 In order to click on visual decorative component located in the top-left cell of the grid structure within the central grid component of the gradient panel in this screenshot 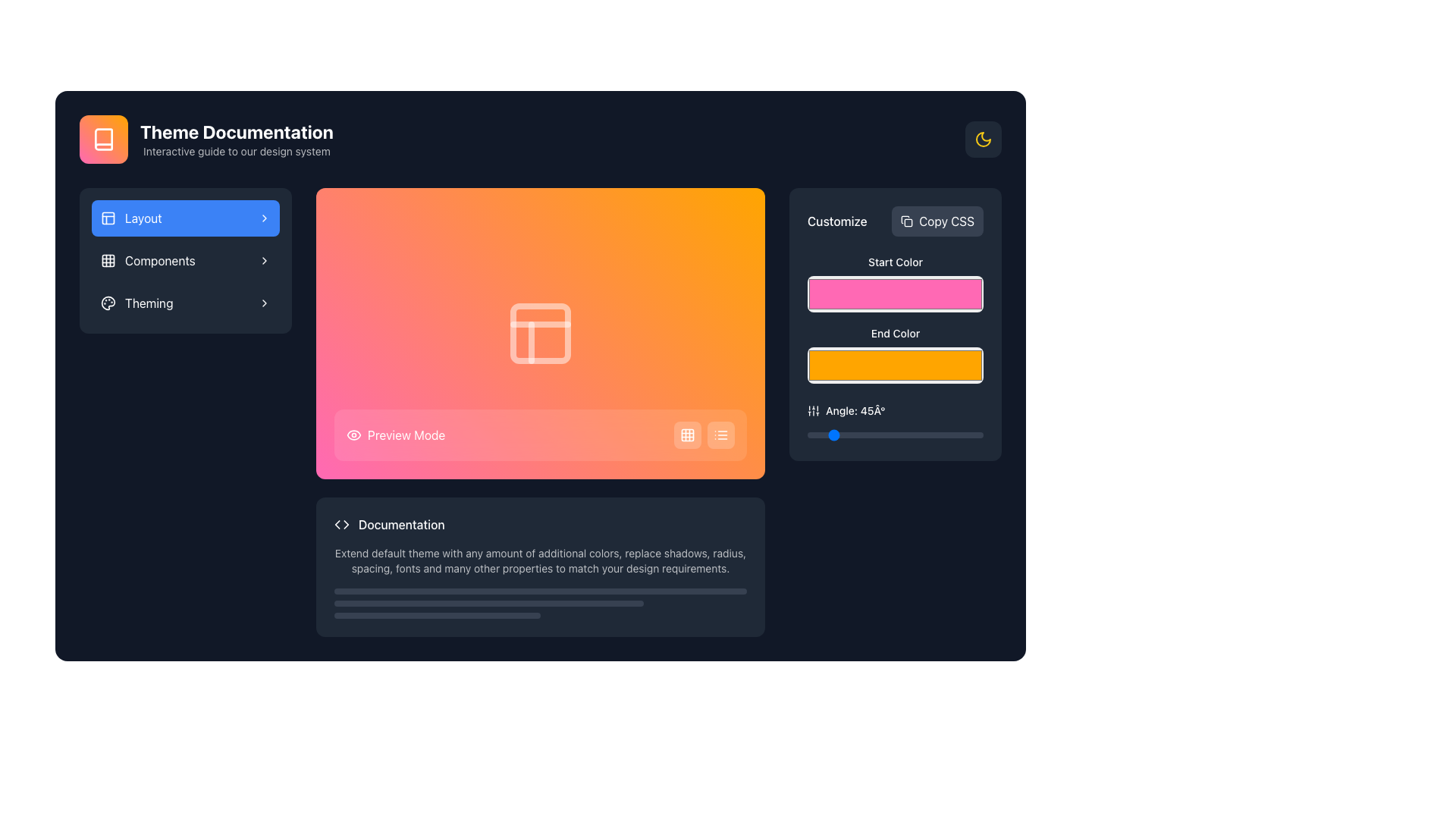, I will do `click(541, 332)`.